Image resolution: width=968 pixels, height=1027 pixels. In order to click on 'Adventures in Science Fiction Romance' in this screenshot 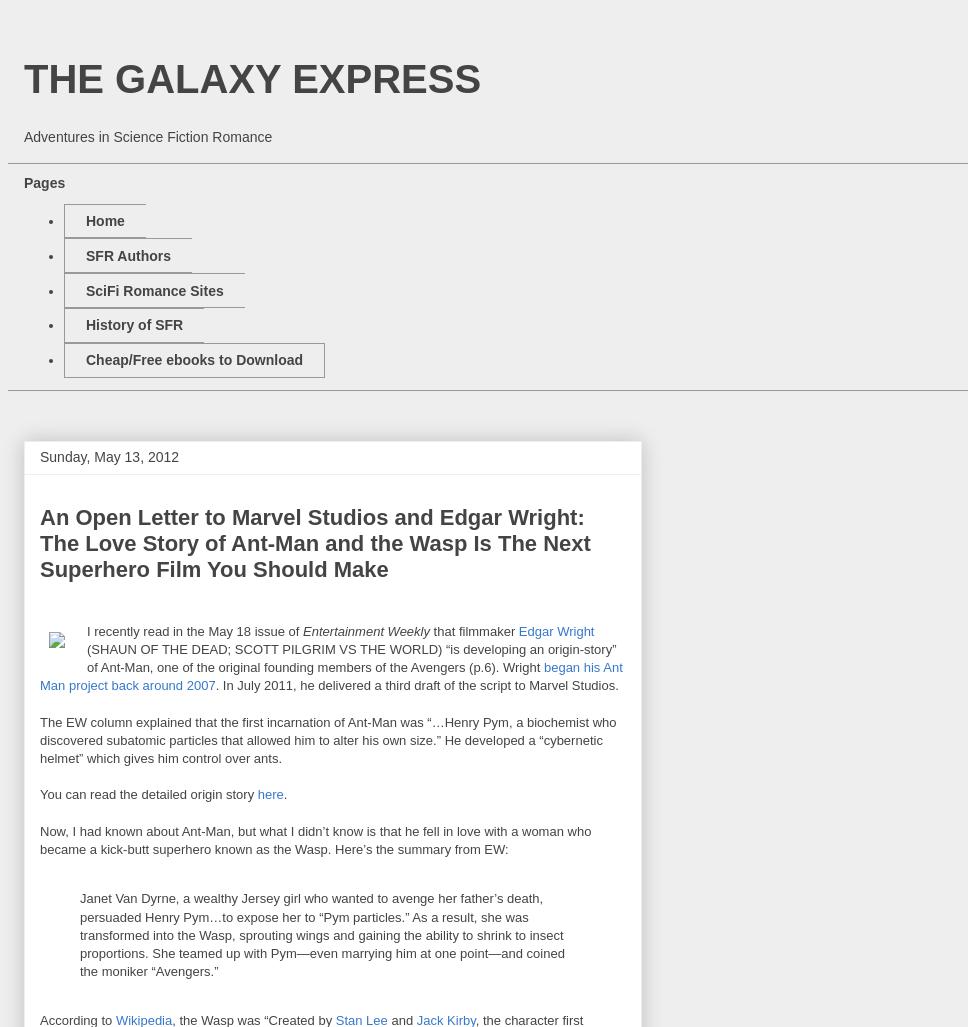, I will do `click(147, 135)`.